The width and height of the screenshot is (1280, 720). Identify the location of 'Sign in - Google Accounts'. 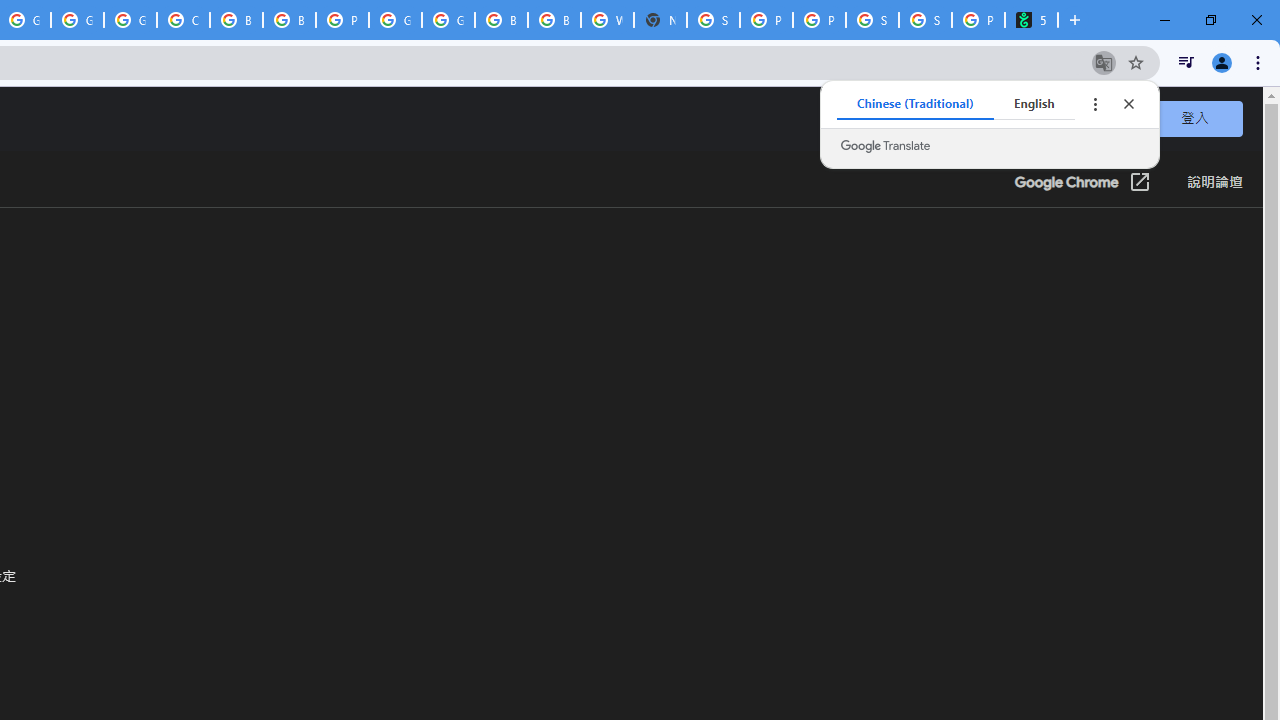
(713, 20).